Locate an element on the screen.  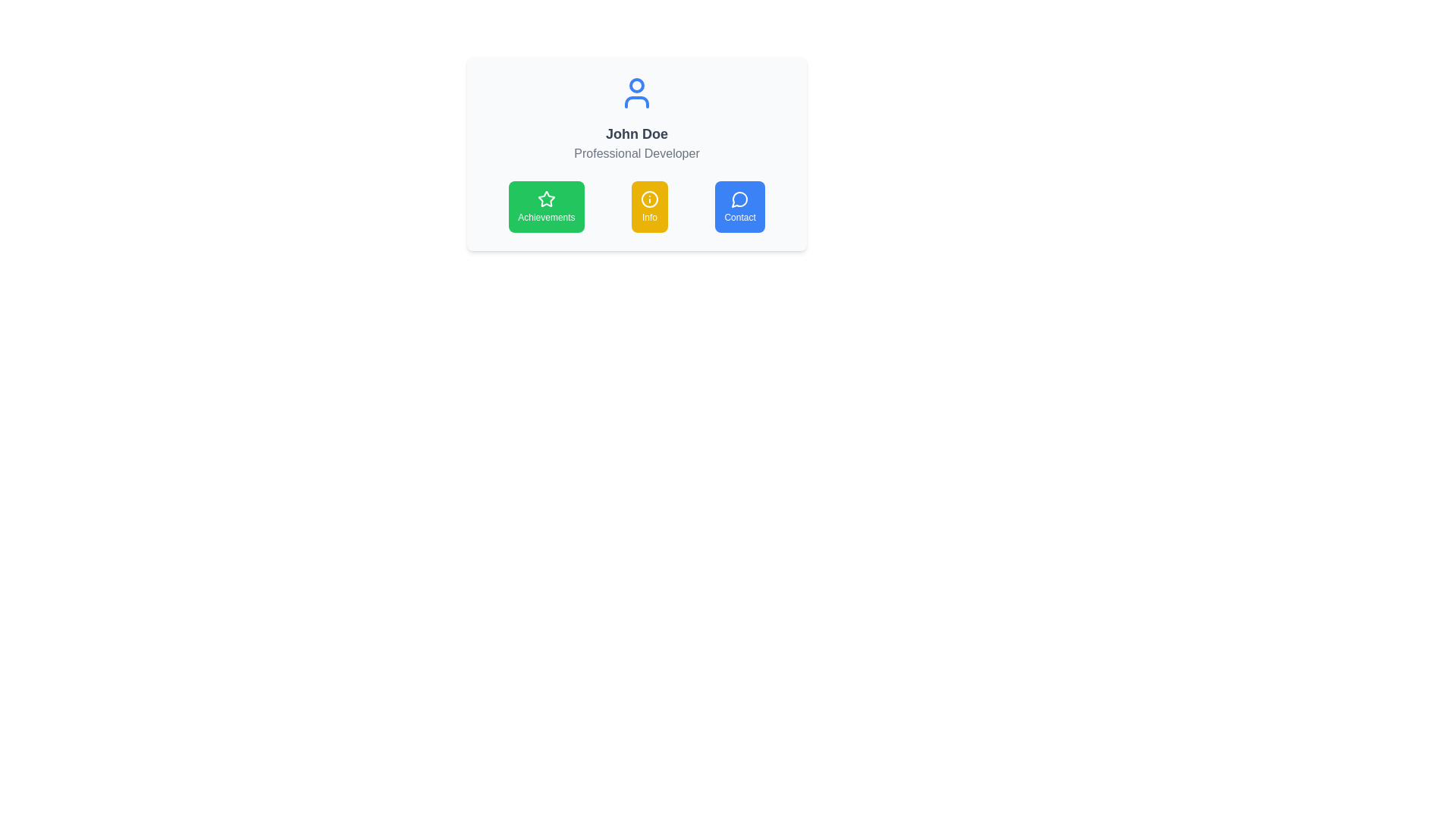
the Achievements icon, which is part of the leftmost button labeled 'Achievements' in a row of three buttons at the bottom of a centrally aligned card is located at coordinates (546, 198).